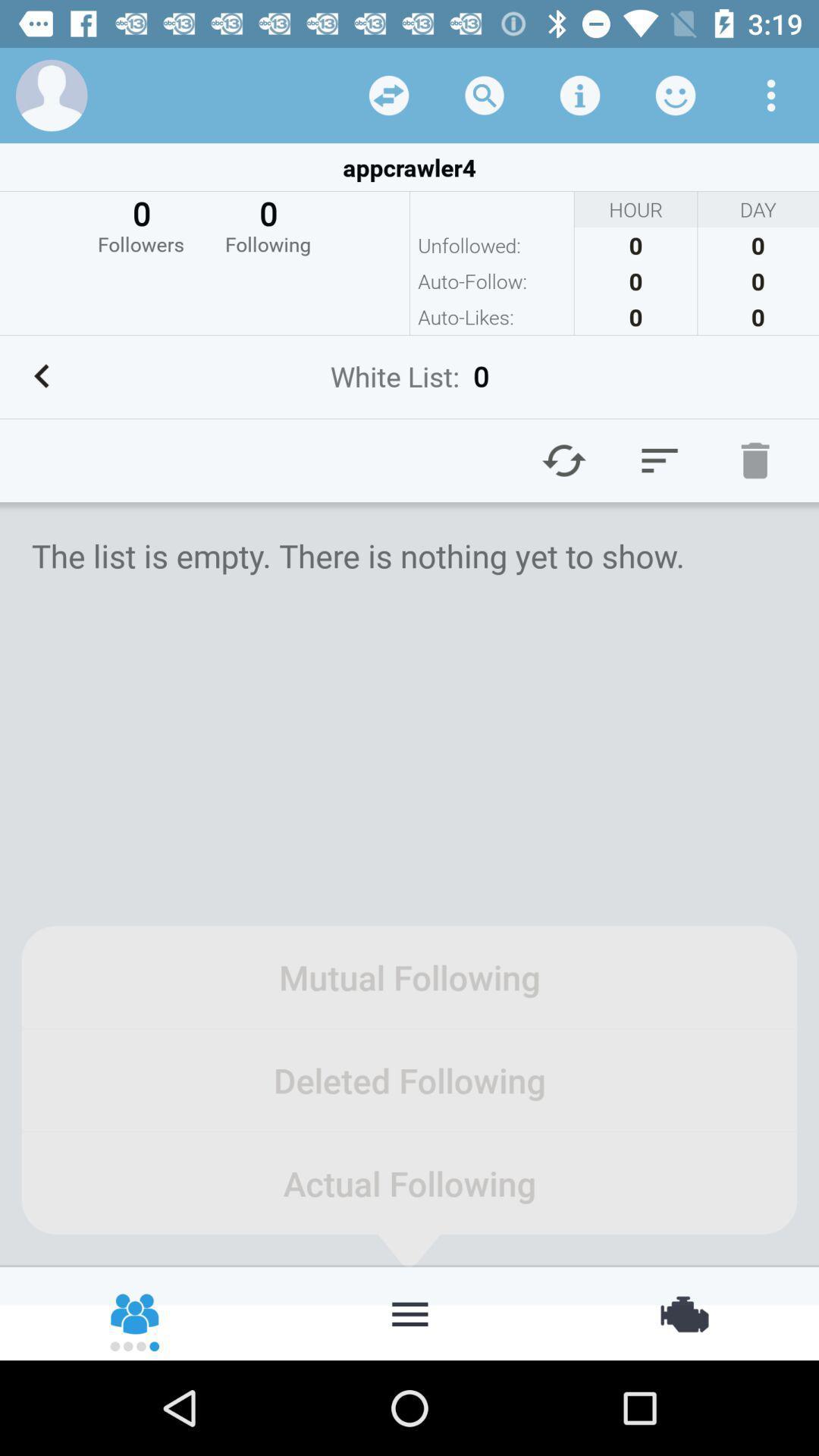  I want to click on more options, so click(771, 94).